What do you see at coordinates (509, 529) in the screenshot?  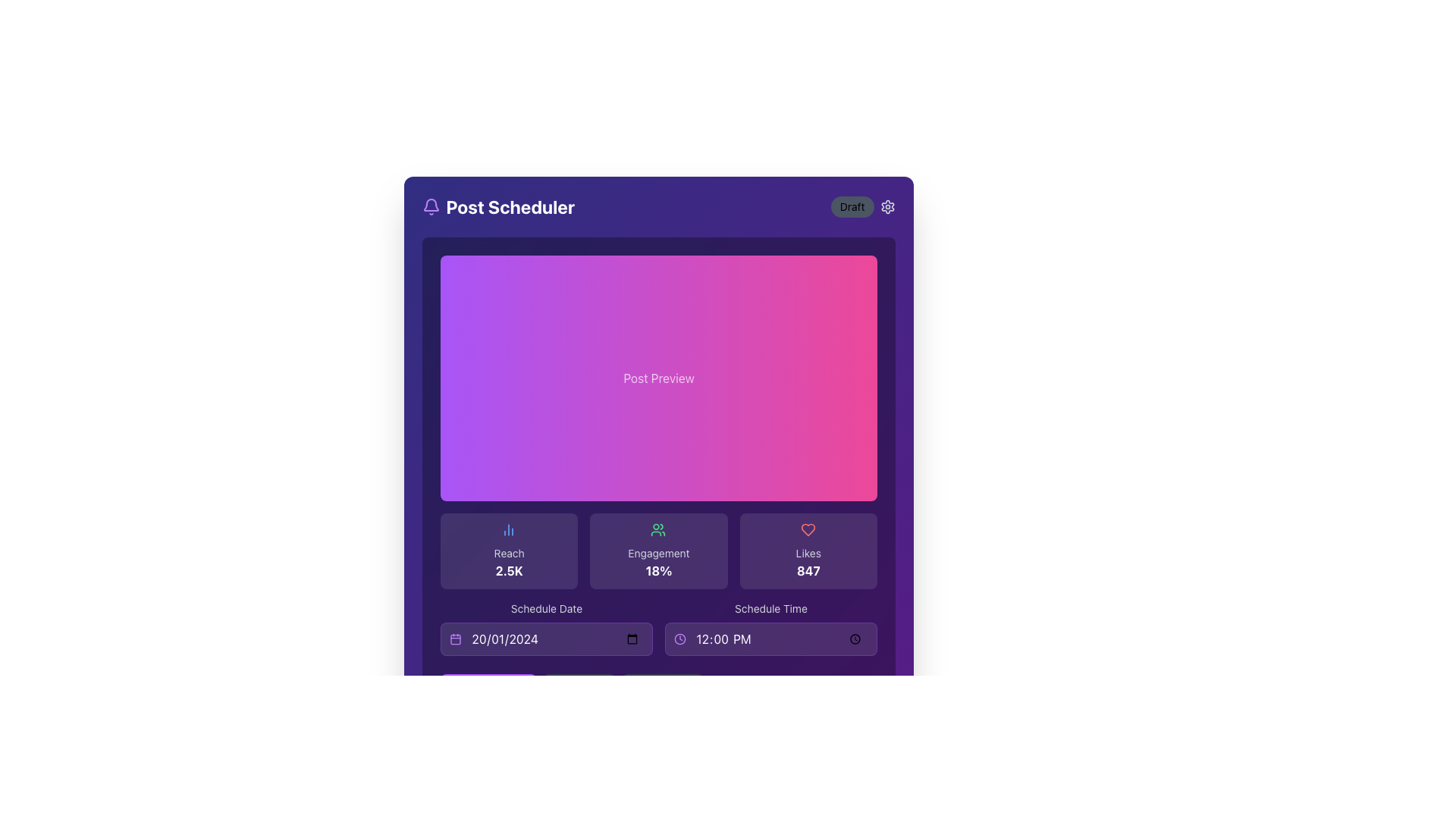 I see `the 'Reach' metric icon located in the first panel displaying '2.5K' above the date and time selectors` at bounding box center [509, 529].